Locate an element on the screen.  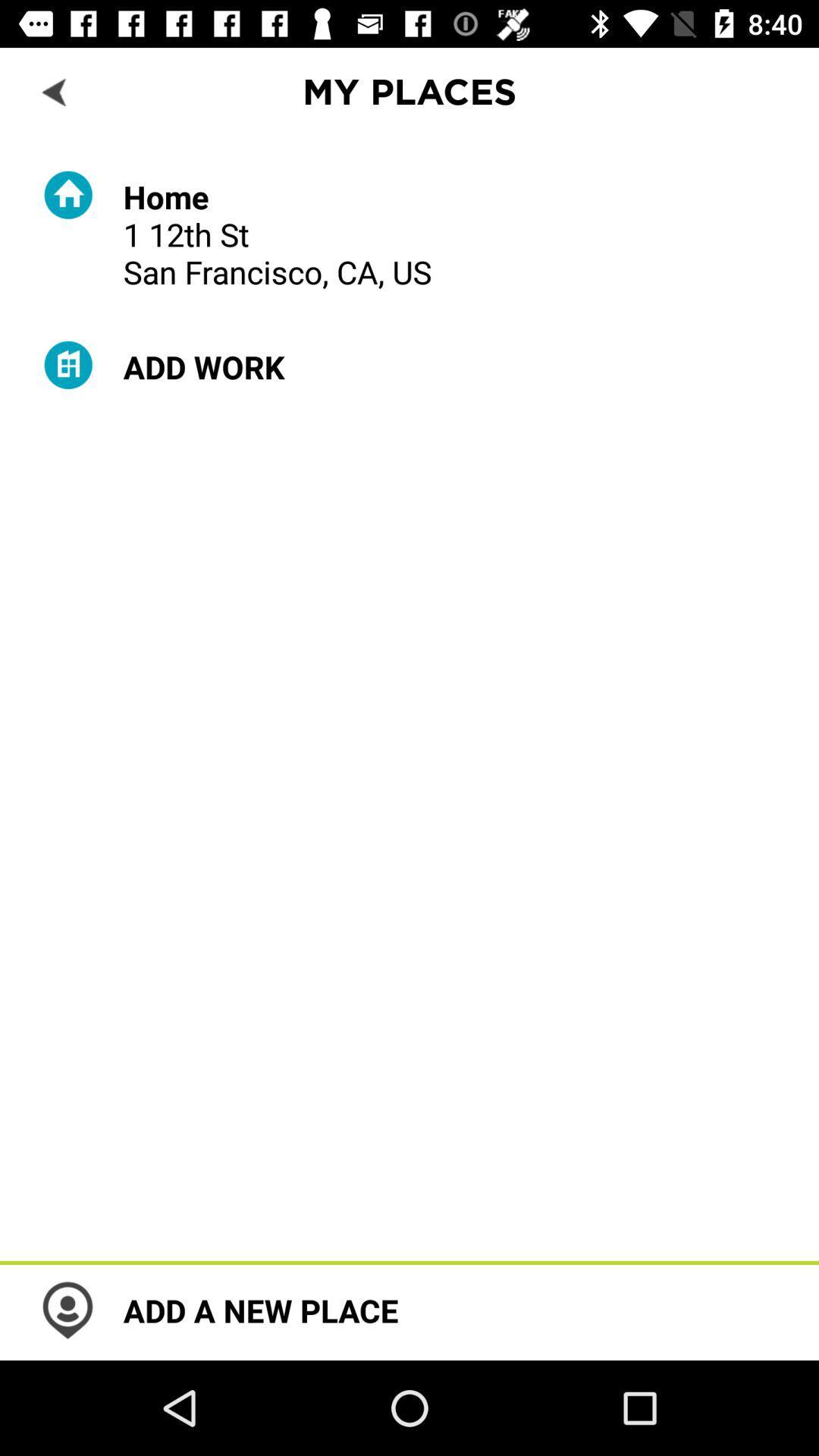
the item below the home 1 12th icon is located at coordinates (203, 366).